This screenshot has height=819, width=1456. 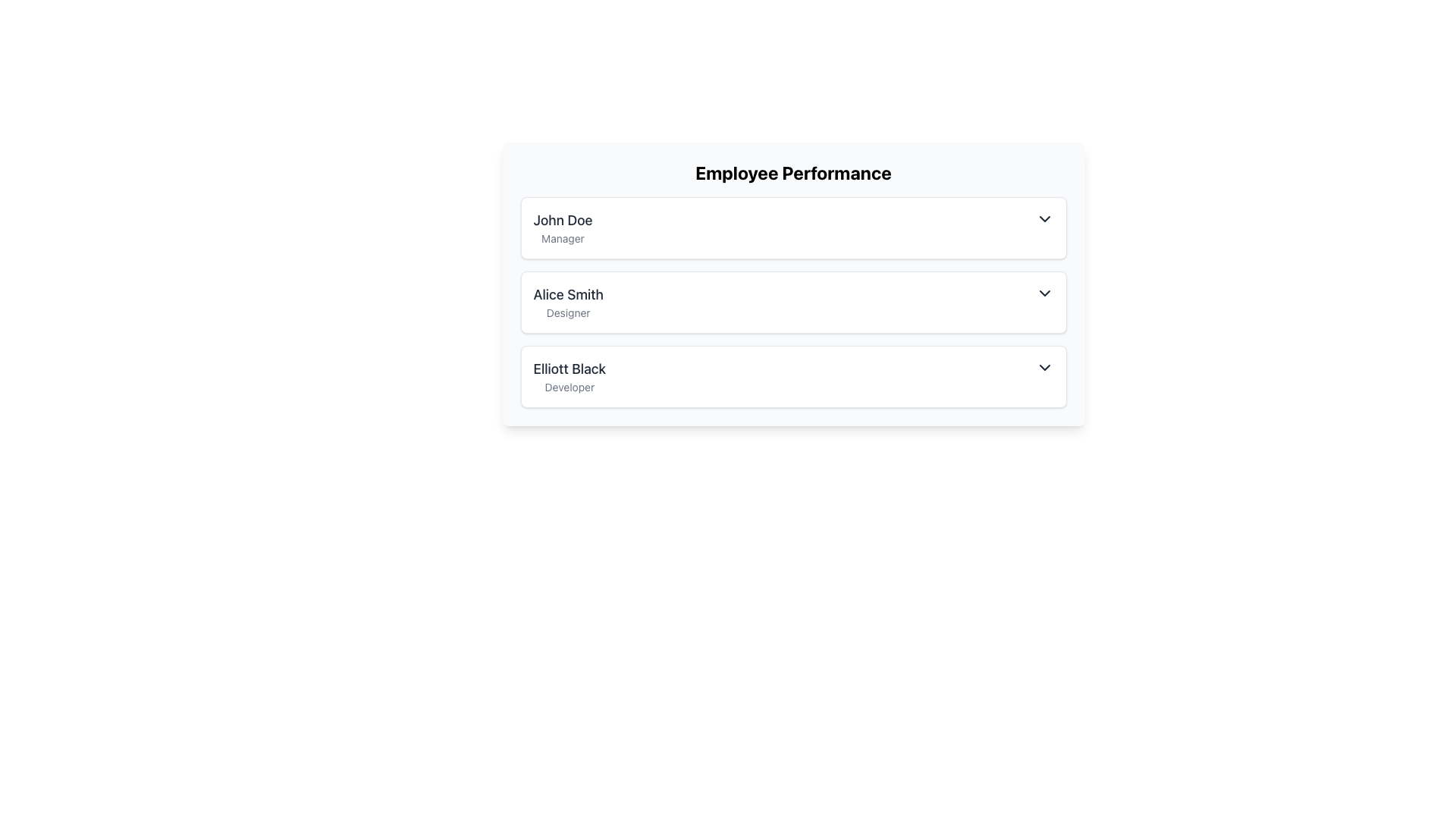 I want to click on the static text label reading 'Developer', which is styled in light gray and positioned below the bold label 'Elliott Black' within the employee performance card, so click(x=569, y=386).